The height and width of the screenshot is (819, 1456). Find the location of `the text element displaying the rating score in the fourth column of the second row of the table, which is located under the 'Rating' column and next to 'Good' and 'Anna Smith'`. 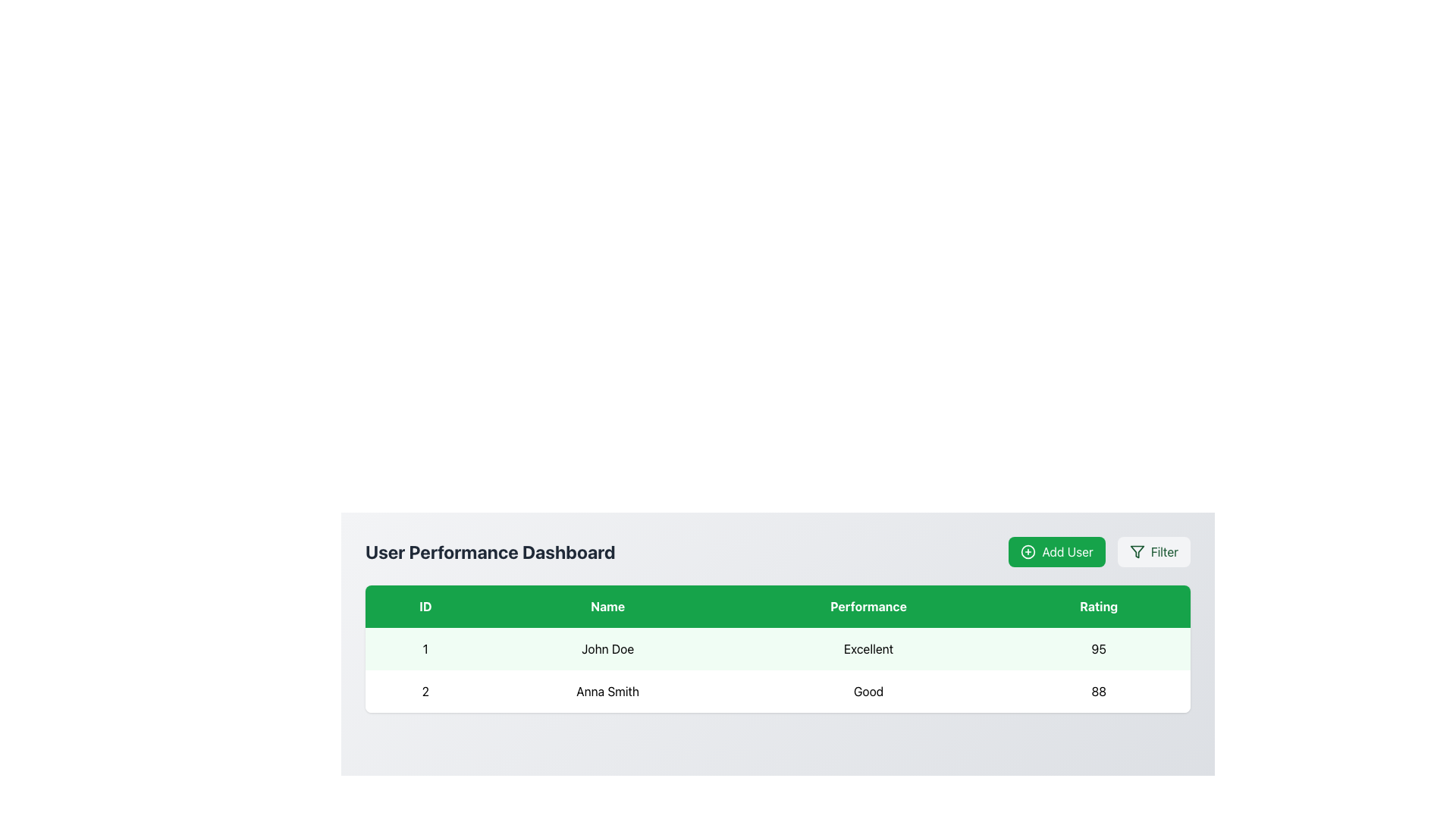

the text element displaying the rating score in the fourth column of the second row of the table, which is located under the 'Rating' column and next to 'Good' and 'Anna Smith' is located at coordinates (1099, 691).